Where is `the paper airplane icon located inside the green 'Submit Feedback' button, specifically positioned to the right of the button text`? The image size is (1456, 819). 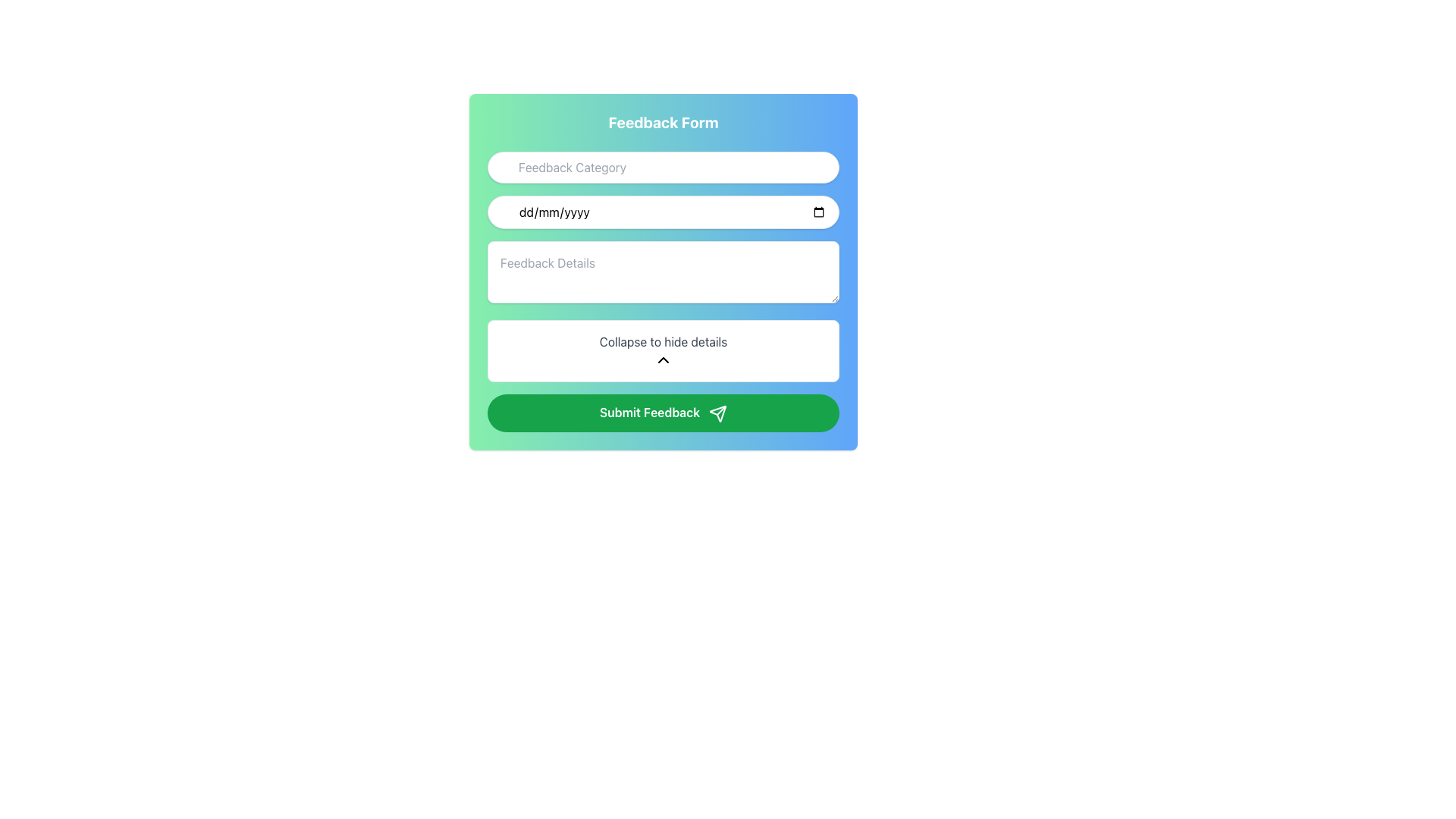
the paper airplane icon located inside the green 'Submit Feedback' button, specifically positioned to the right of the button text is located at coordinates (717, 413).